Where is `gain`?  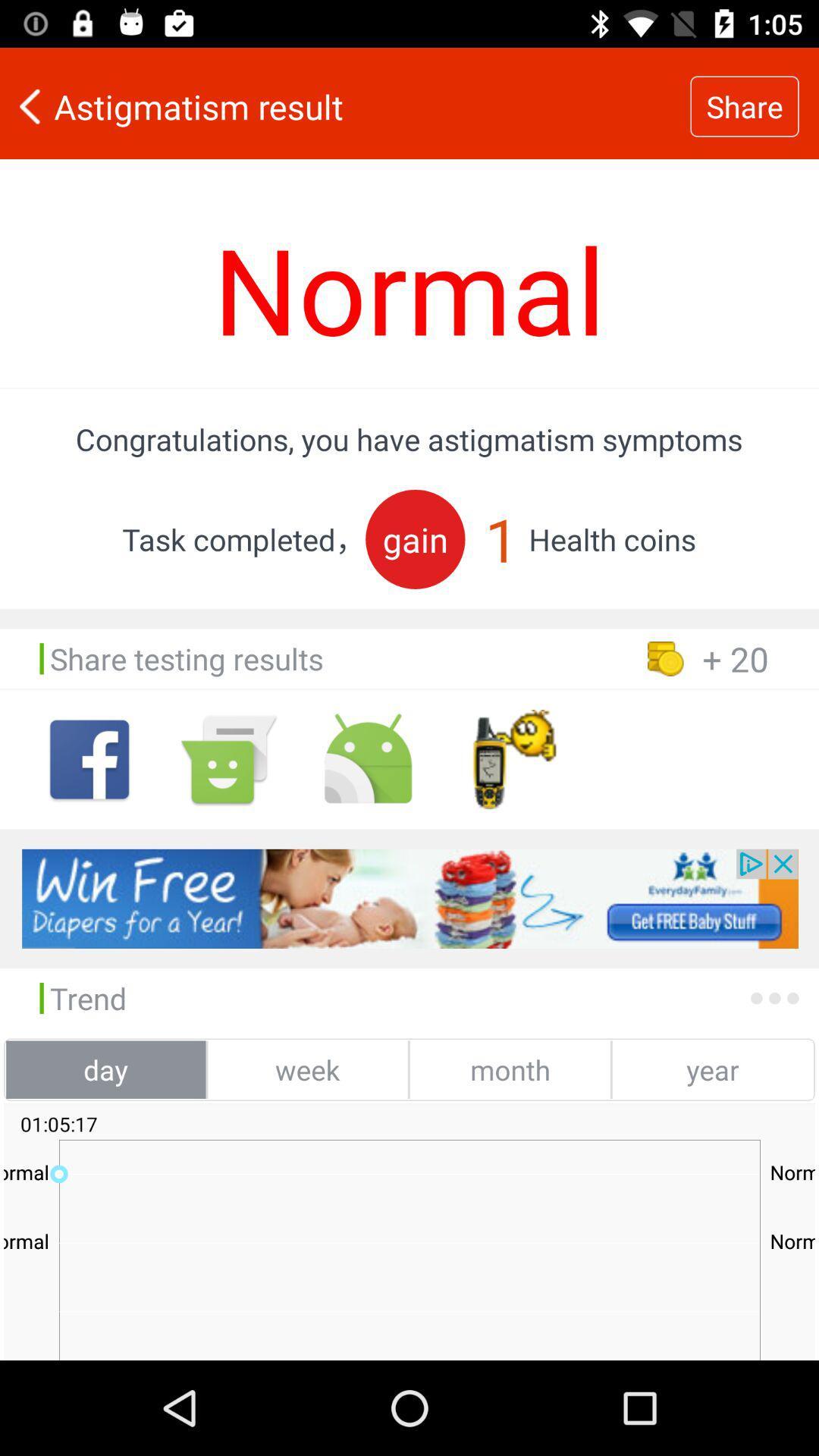
gain is located at coordinates (415, 539).